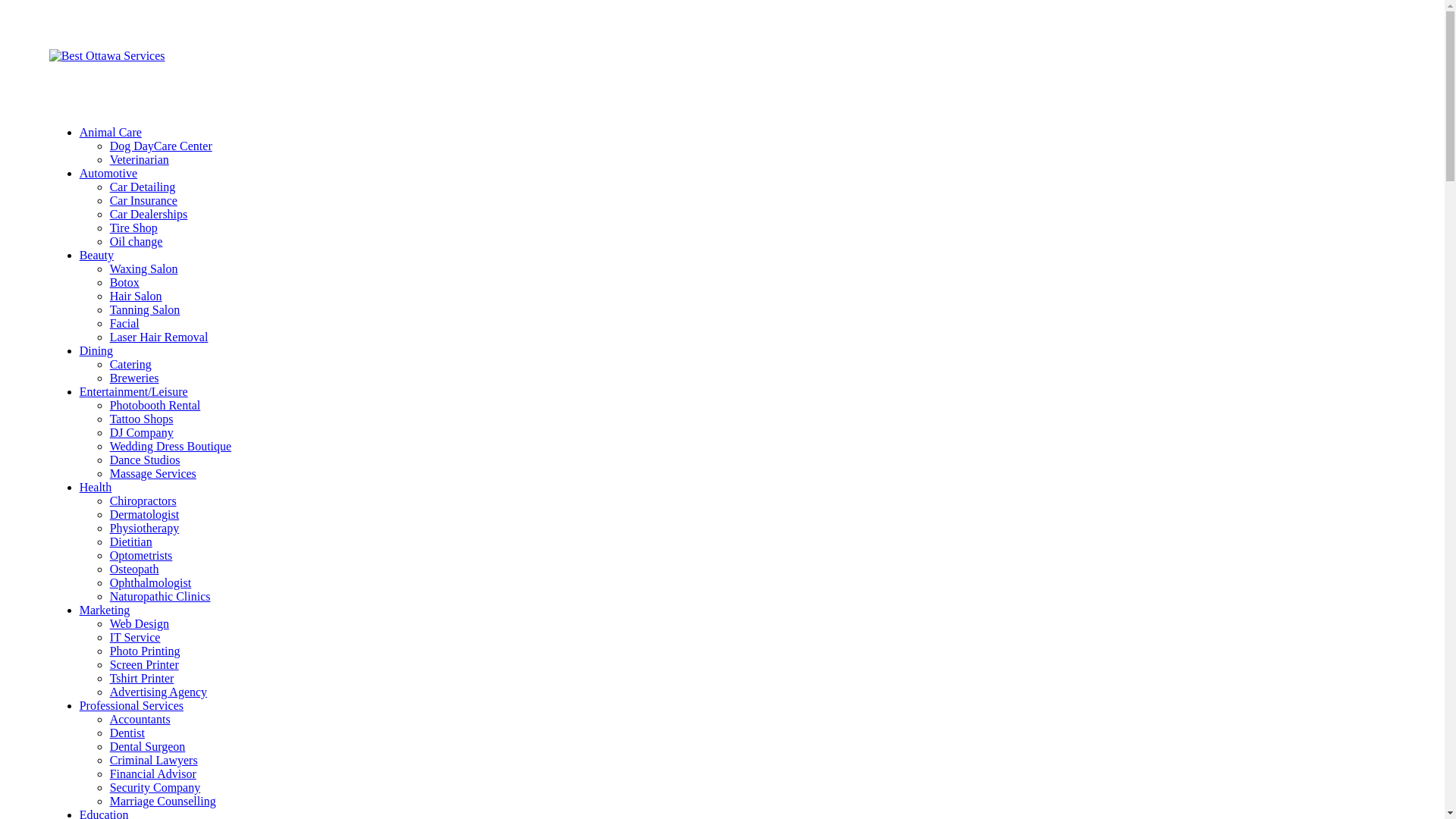 The height and width of the screenshot is (819, 1456). I want to click on 'Optometrists', so click(141, 555).